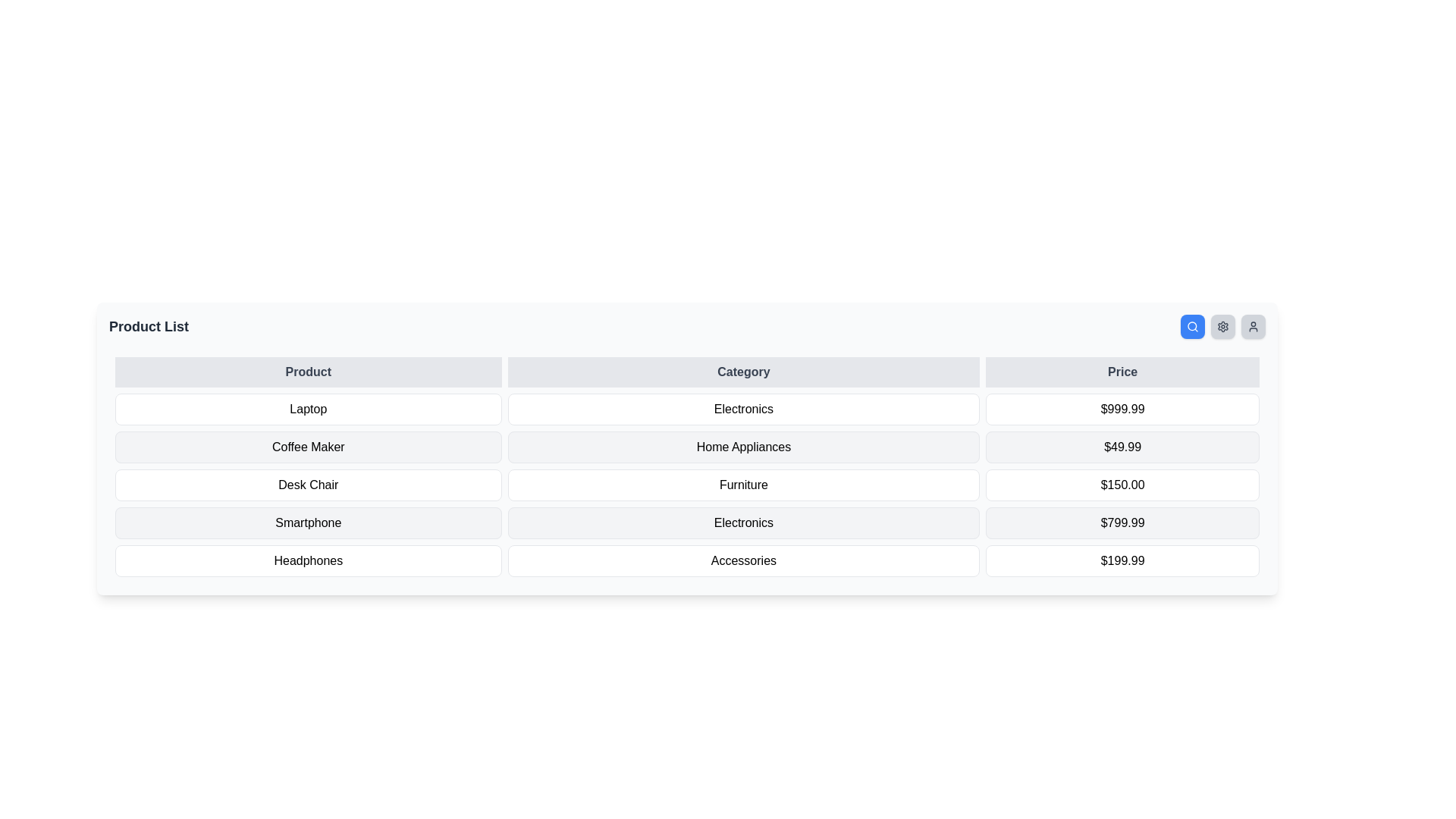 The width and height of the screenshot is (1456, 819). What do you see at coordinates (1192, 326) in the screenshot?
I see `the magnifying glass icon inside the blue circular button to initiate a search` at bounding box center [1192, 326].